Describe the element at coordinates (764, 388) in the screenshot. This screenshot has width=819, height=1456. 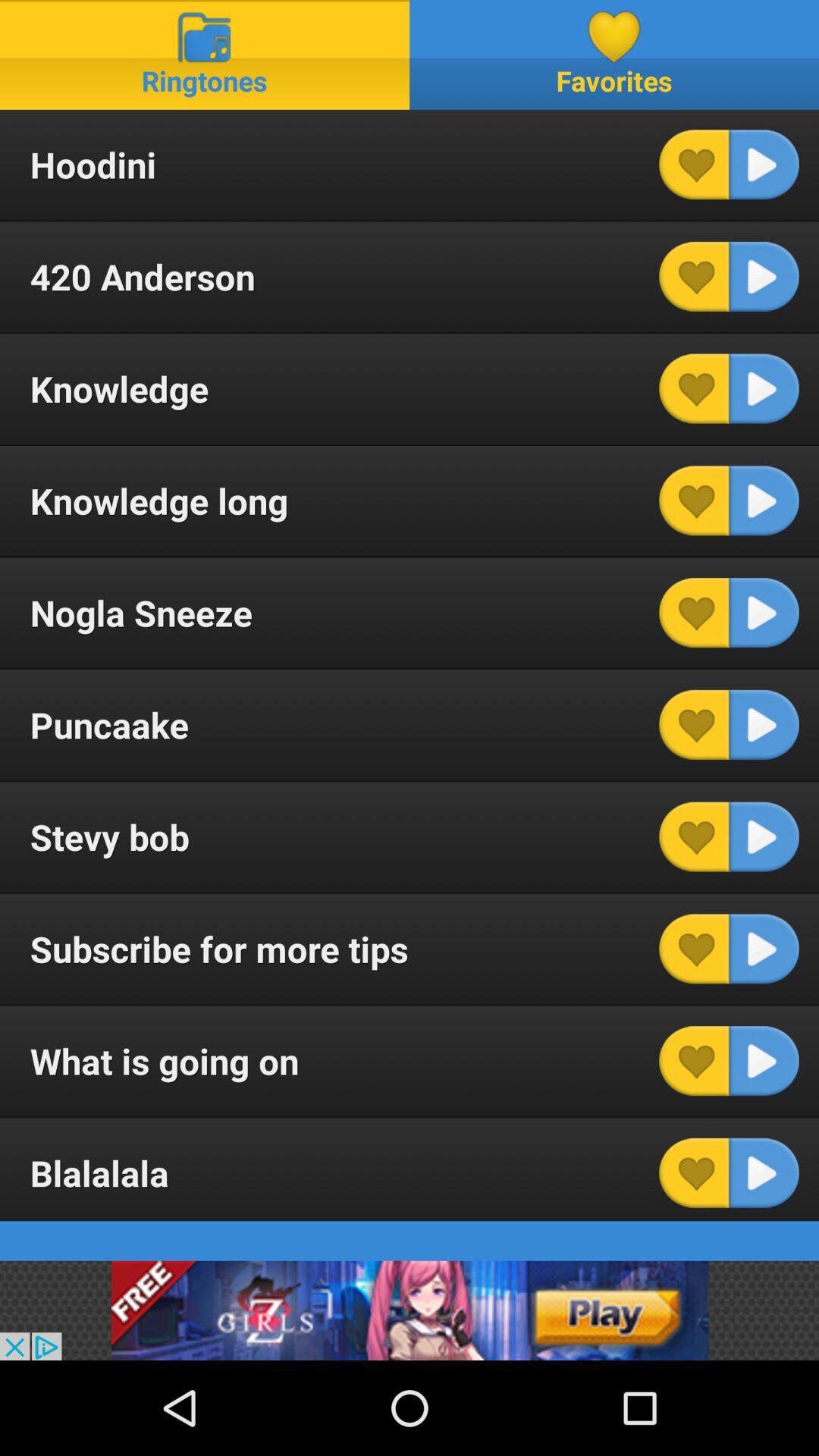
I see `click for sample` at that location.